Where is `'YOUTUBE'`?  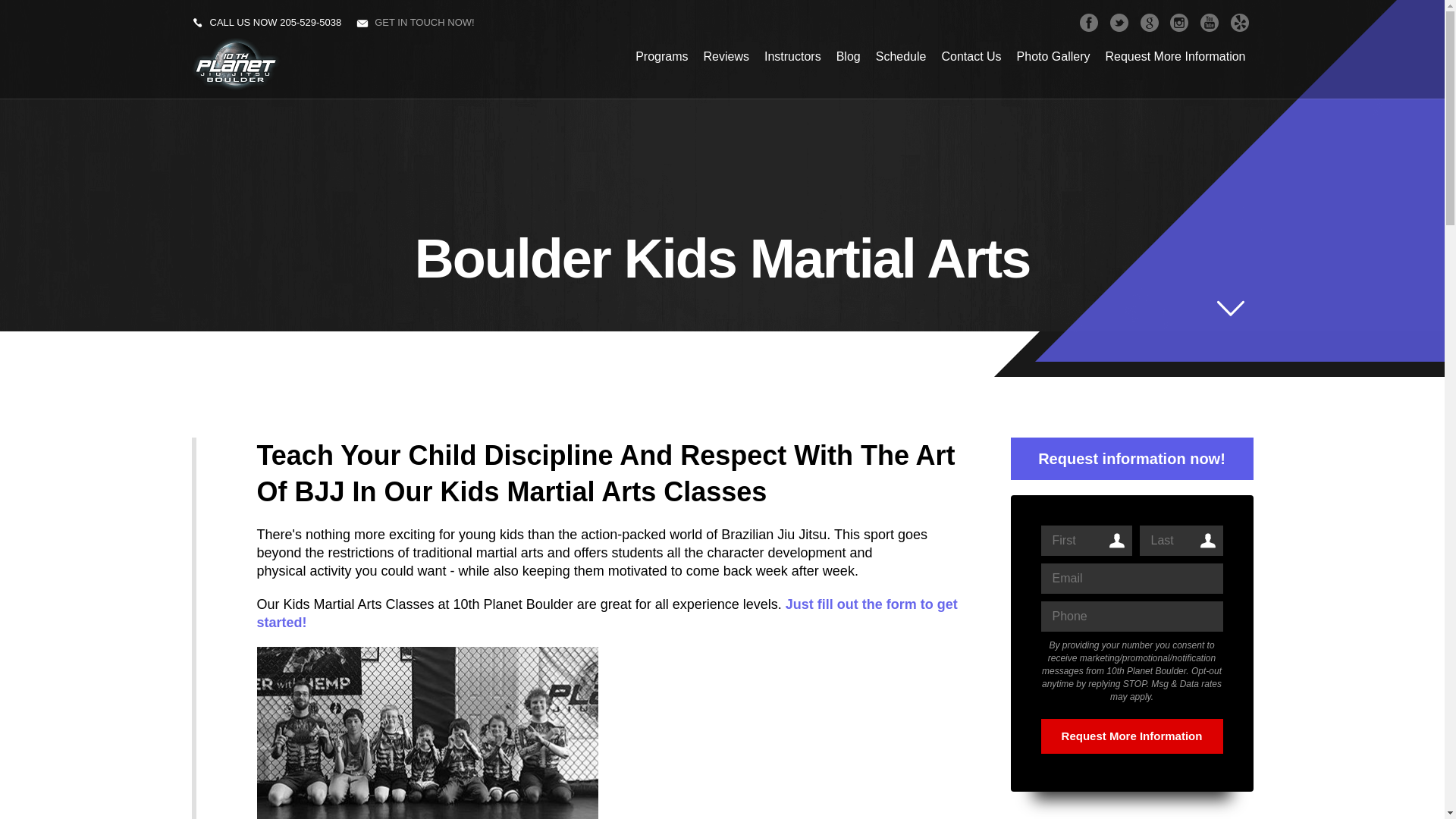 'YOUTUBE' is located at coordinates (1195, 23).